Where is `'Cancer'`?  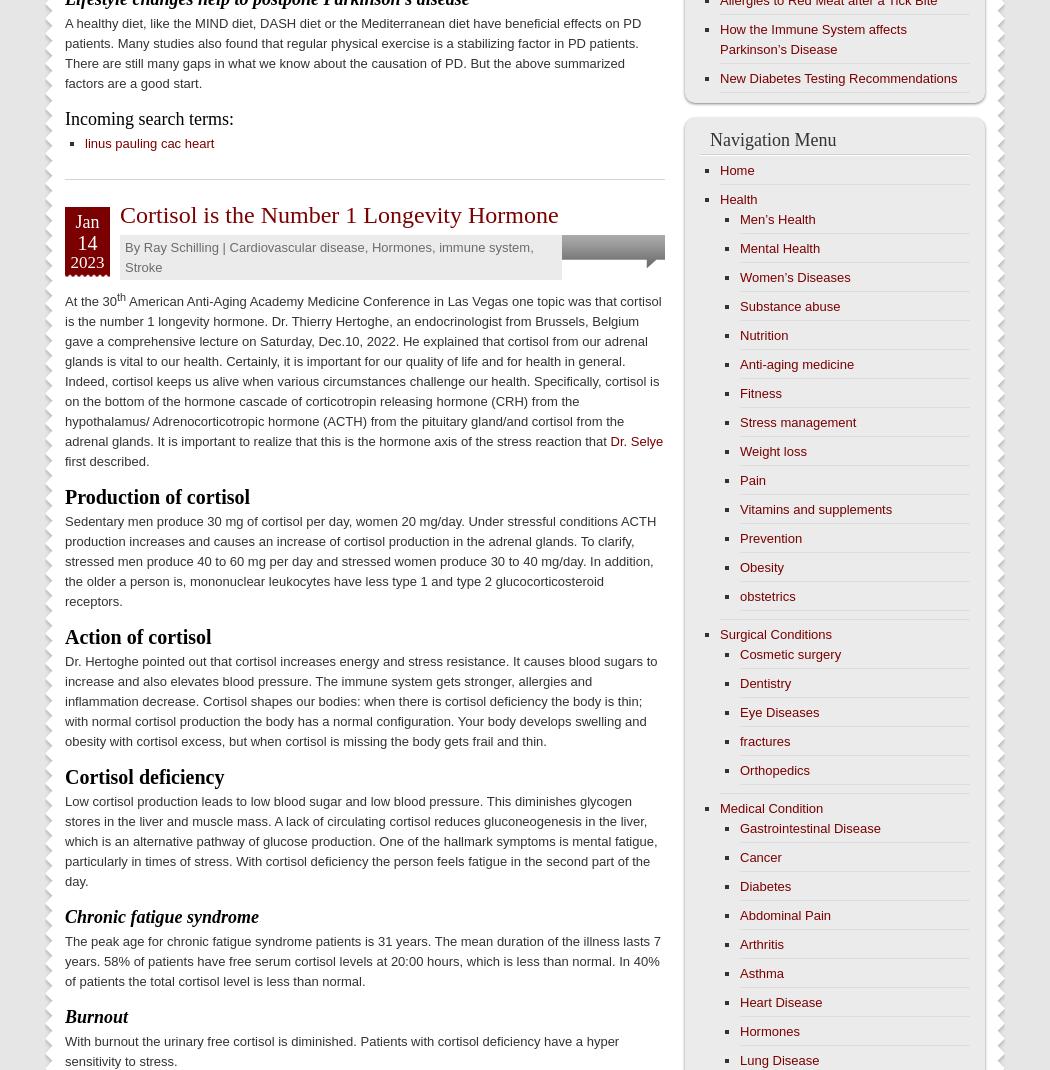 'Cancer' is located at coordinates (760, 857).